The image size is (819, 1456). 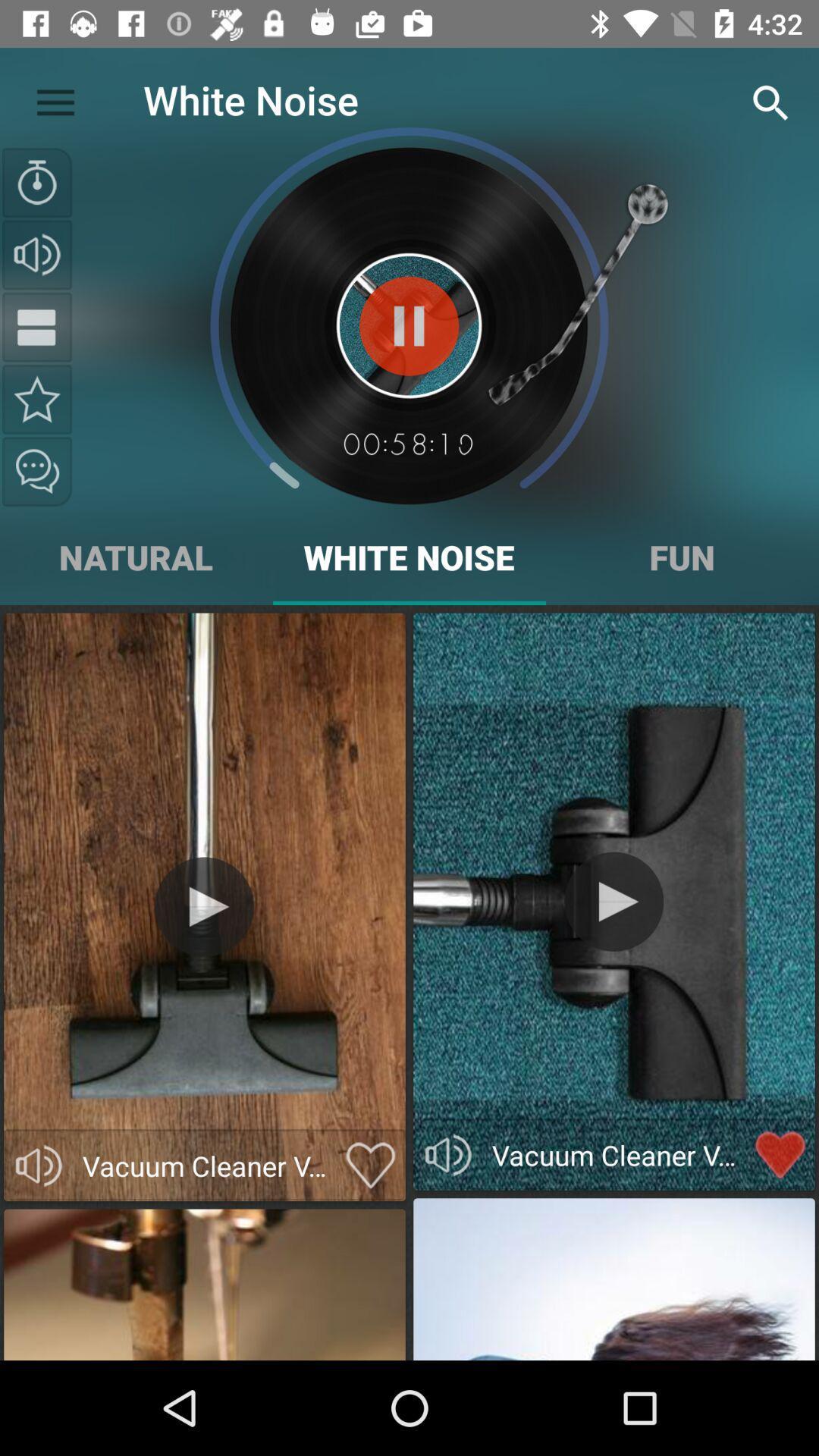 I want to click on the sound, so click(x=408, y=325).